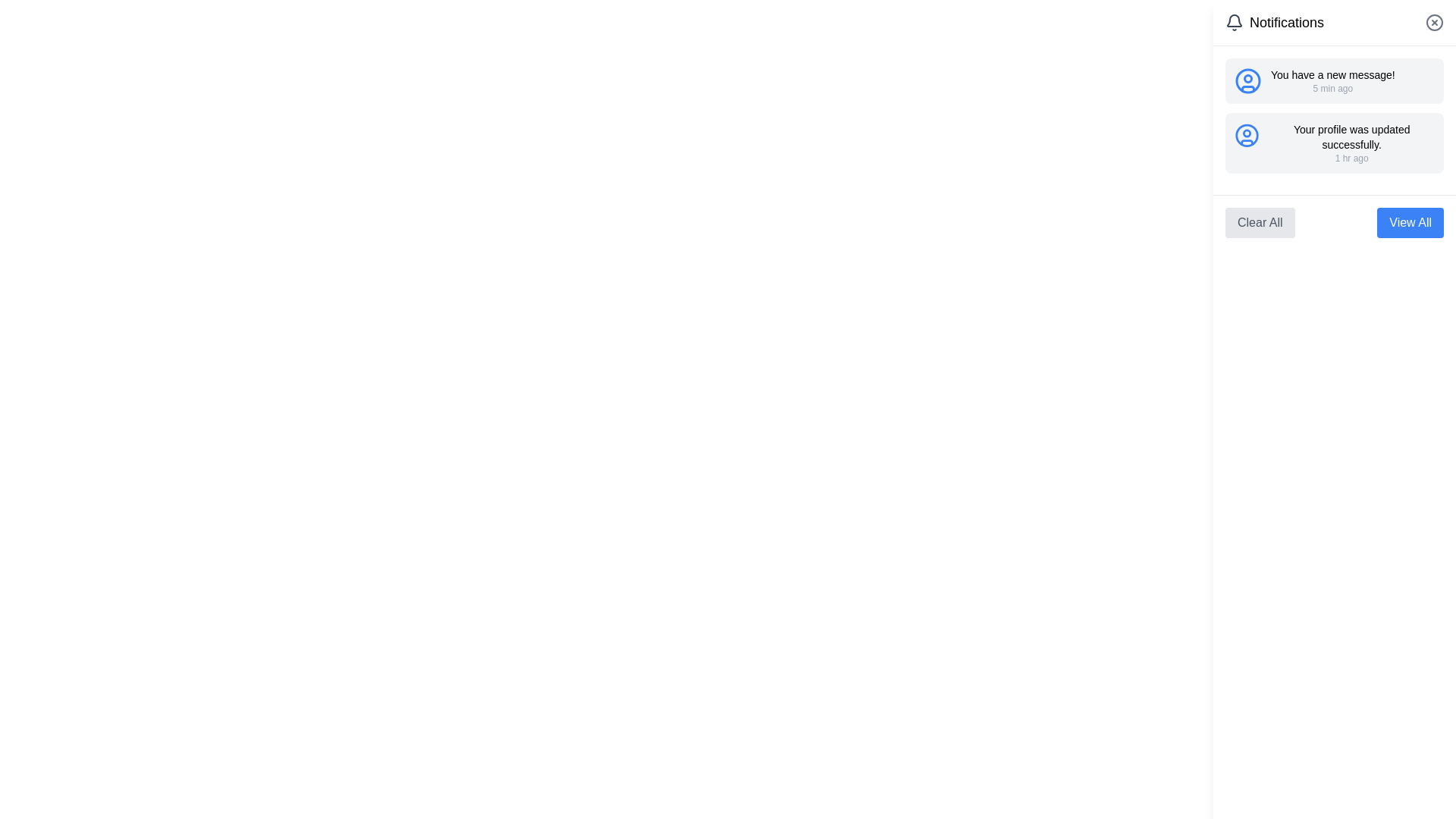 The width and height of the screenshot is (1456, 819). I want to click on the gray circular icon with an 'X' shape in the center, located on the top-right of the notification panel, so click(1433, 23).